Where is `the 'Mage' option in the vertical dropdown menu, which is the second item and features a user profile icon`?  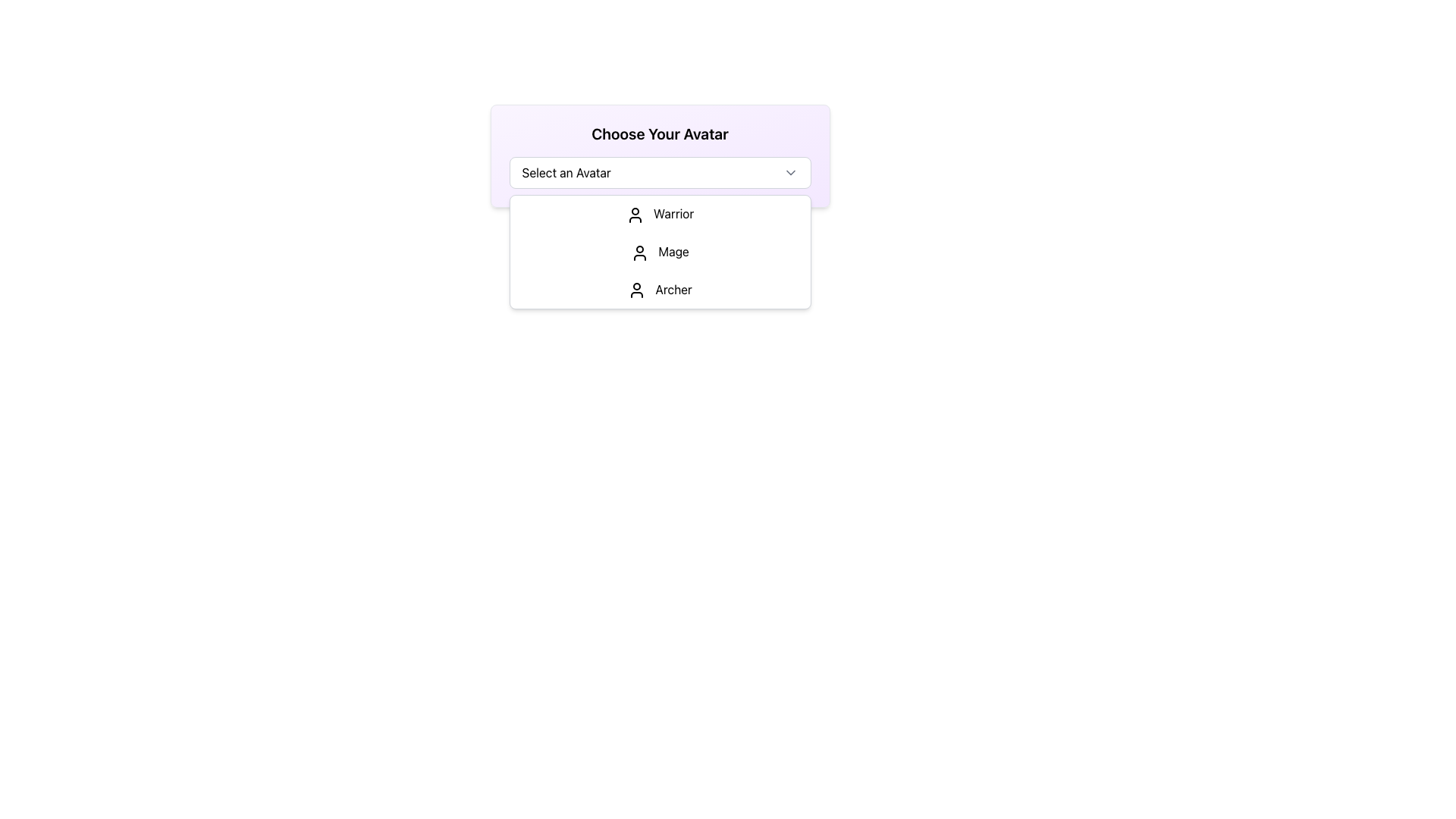 the 'Mage' option in the vertical dropdown menu, which is the second item and features a user profile icon is located at coordinates (660, 251).